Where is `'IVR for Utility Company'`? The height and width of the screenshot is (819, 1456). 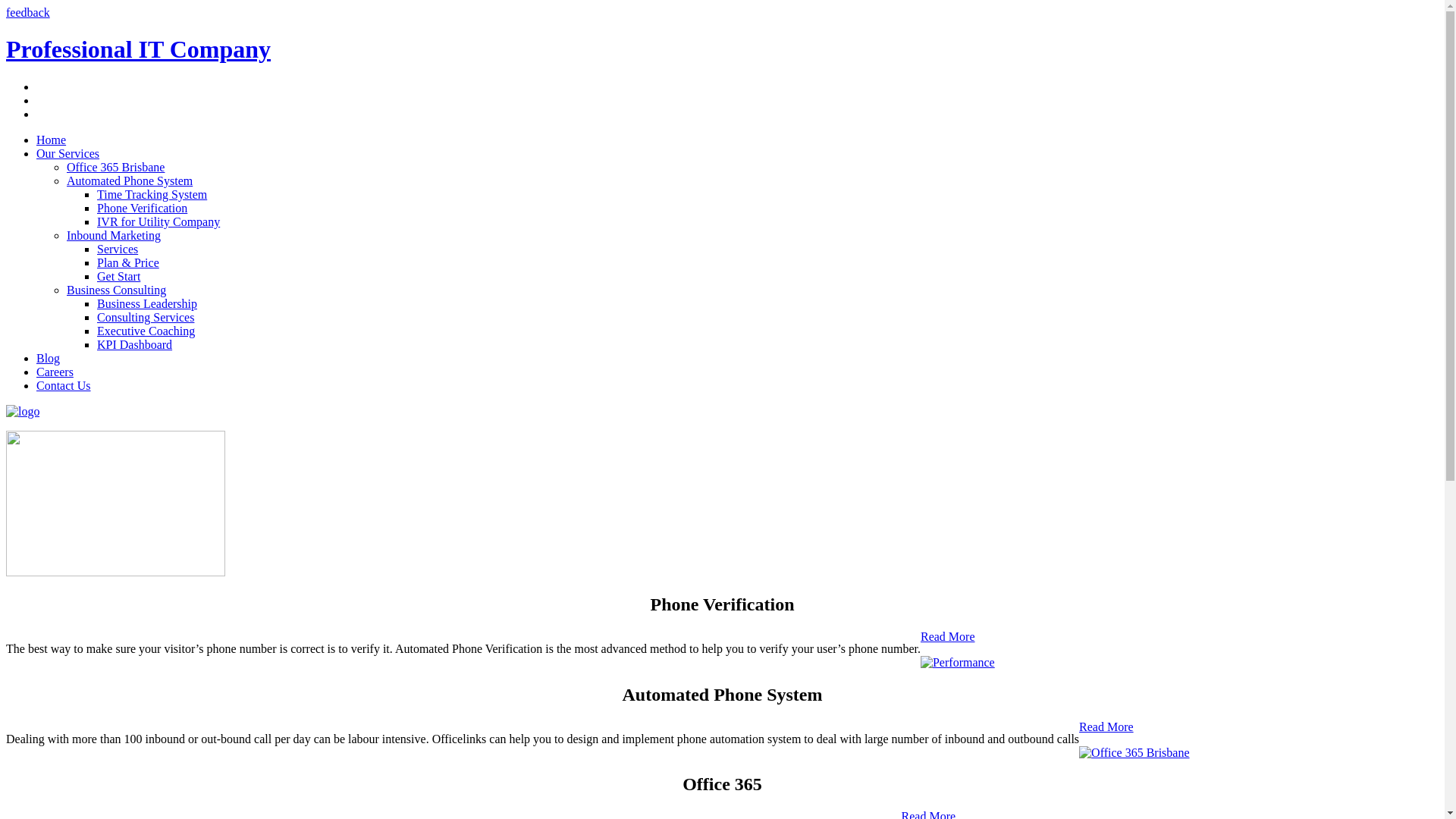 'IVR for Utility Company' is located at coordinates (96, 221).